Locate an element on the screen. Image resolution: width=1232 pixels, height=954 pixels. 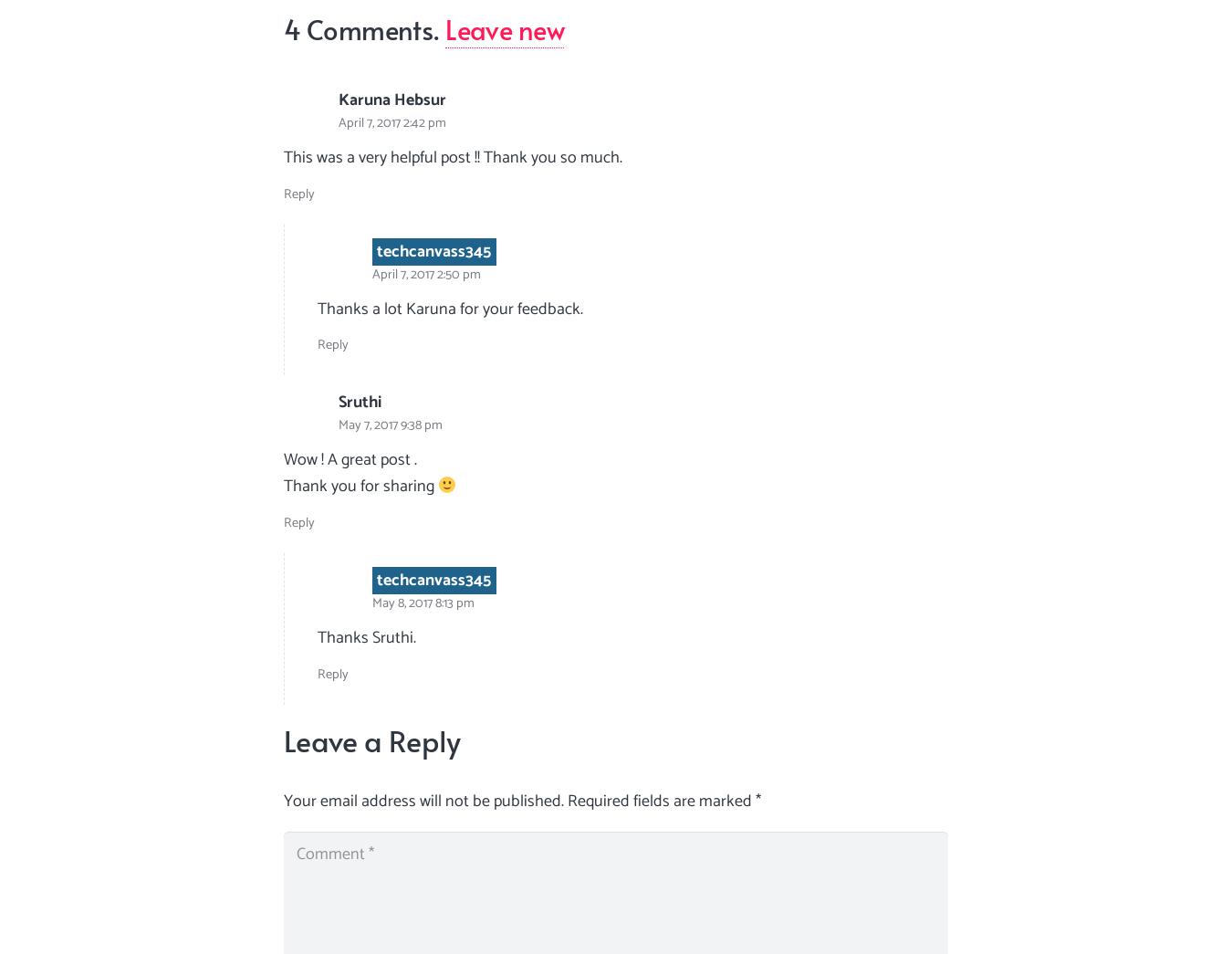
'Required fields are marked' is located at coordinates (660, 802).